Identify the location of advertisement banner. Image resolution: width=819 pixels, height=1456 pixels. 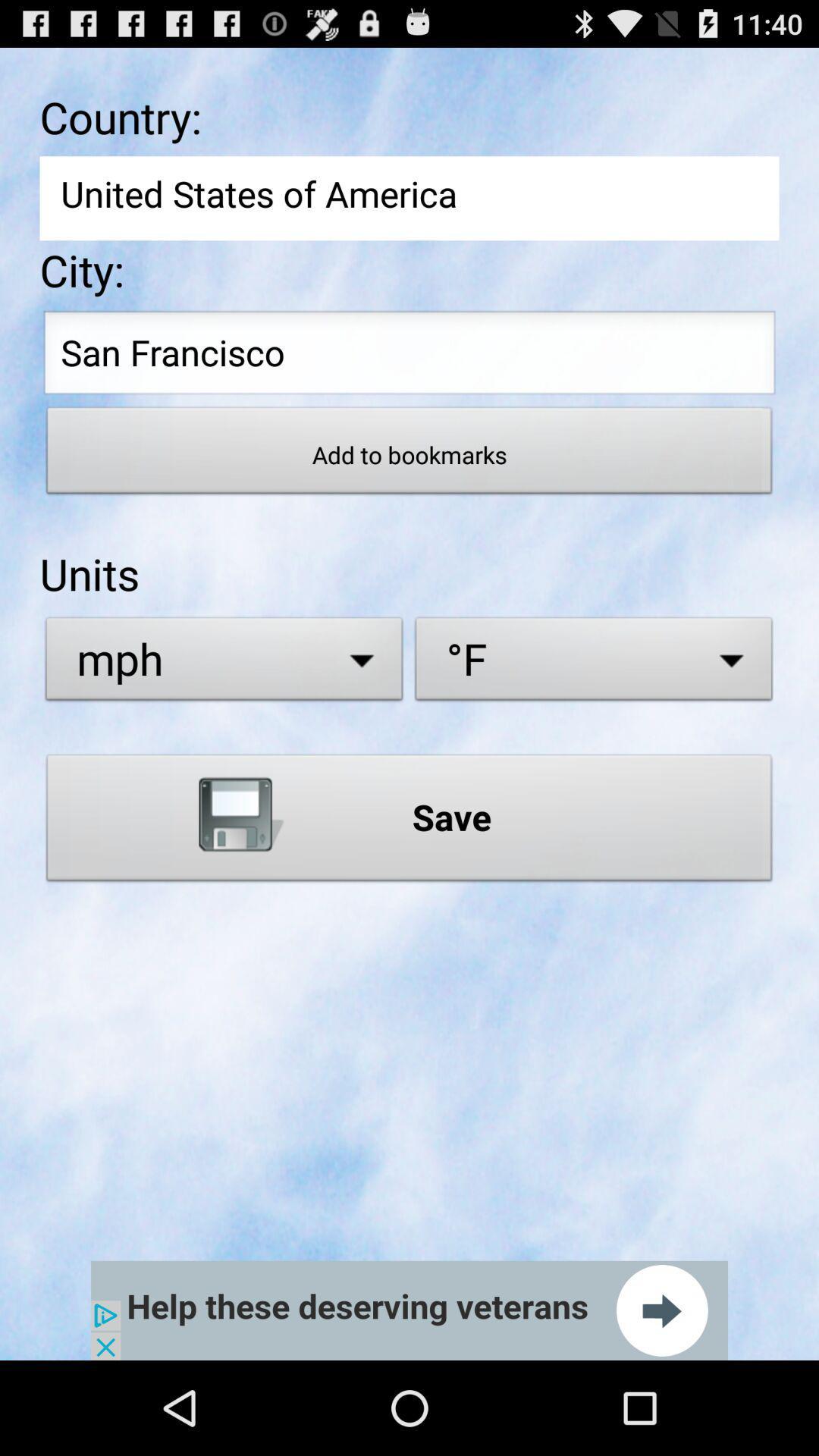
(409, 1310).